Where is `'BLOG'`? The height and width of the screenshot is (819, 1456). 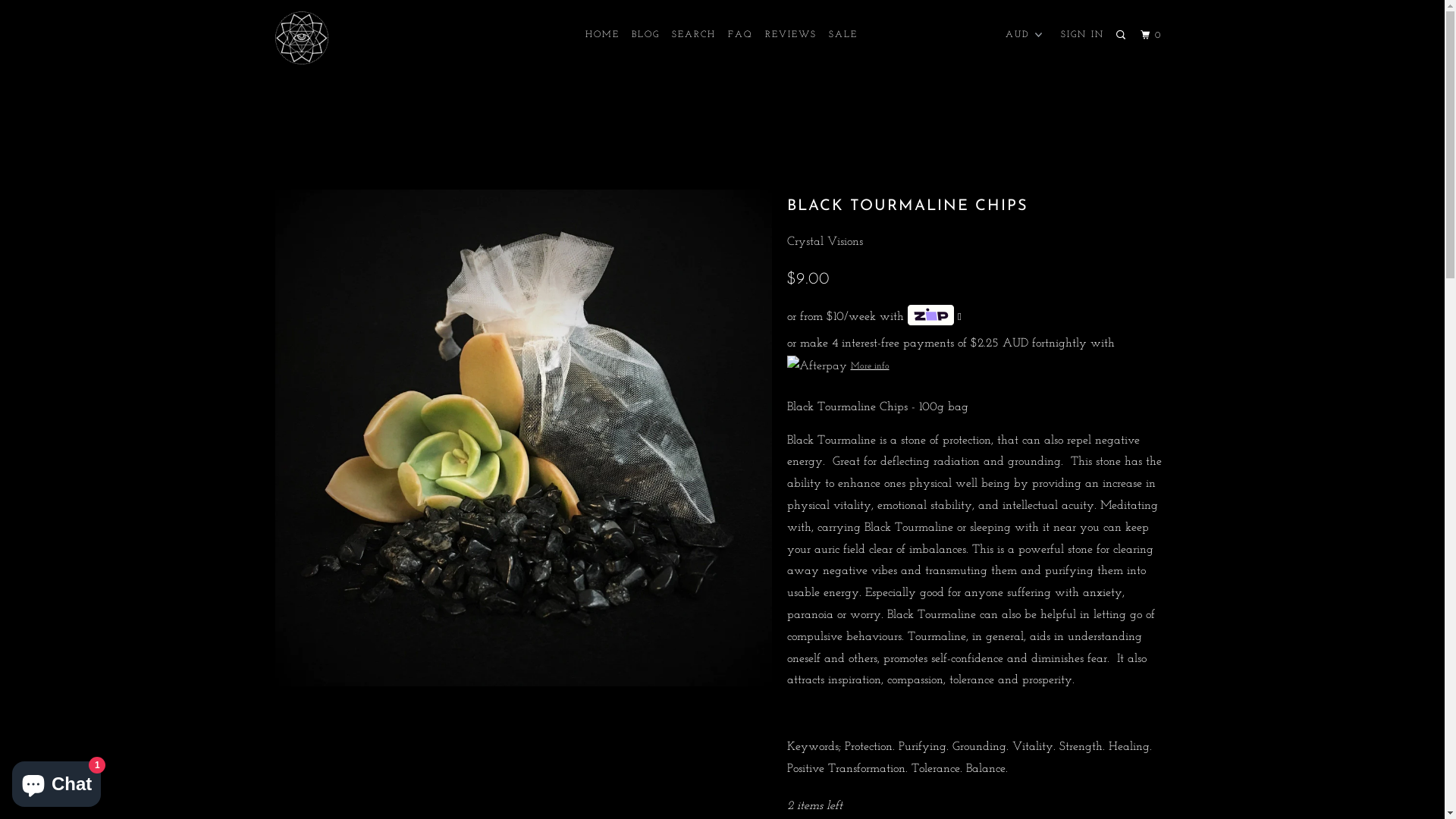
'BLOG' is located at coordinates (645, 34).